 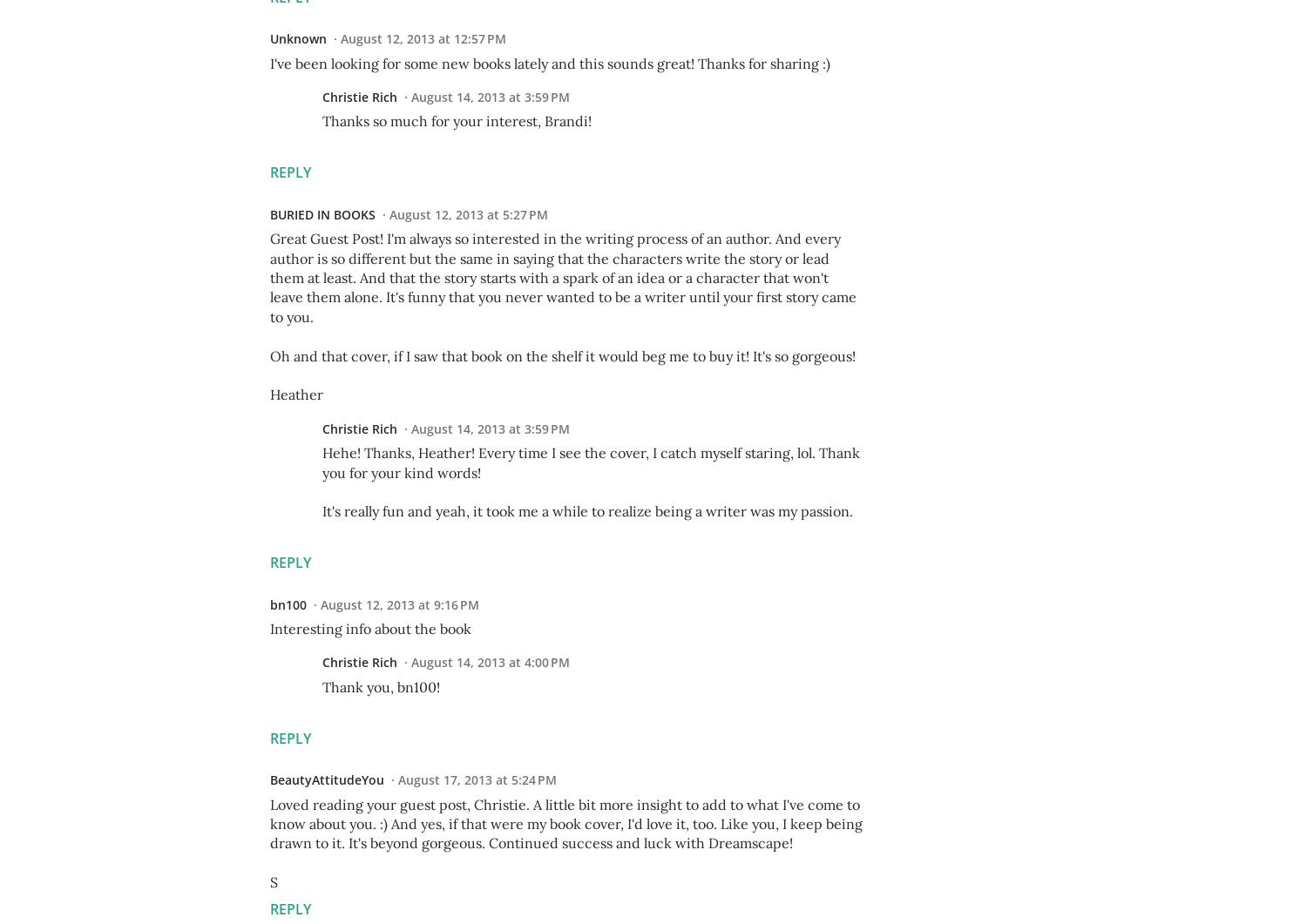 I want to click on 'It's really fun and yeah, it took me a while to realize being a writer was my passion.', so click(x=587, y=510).